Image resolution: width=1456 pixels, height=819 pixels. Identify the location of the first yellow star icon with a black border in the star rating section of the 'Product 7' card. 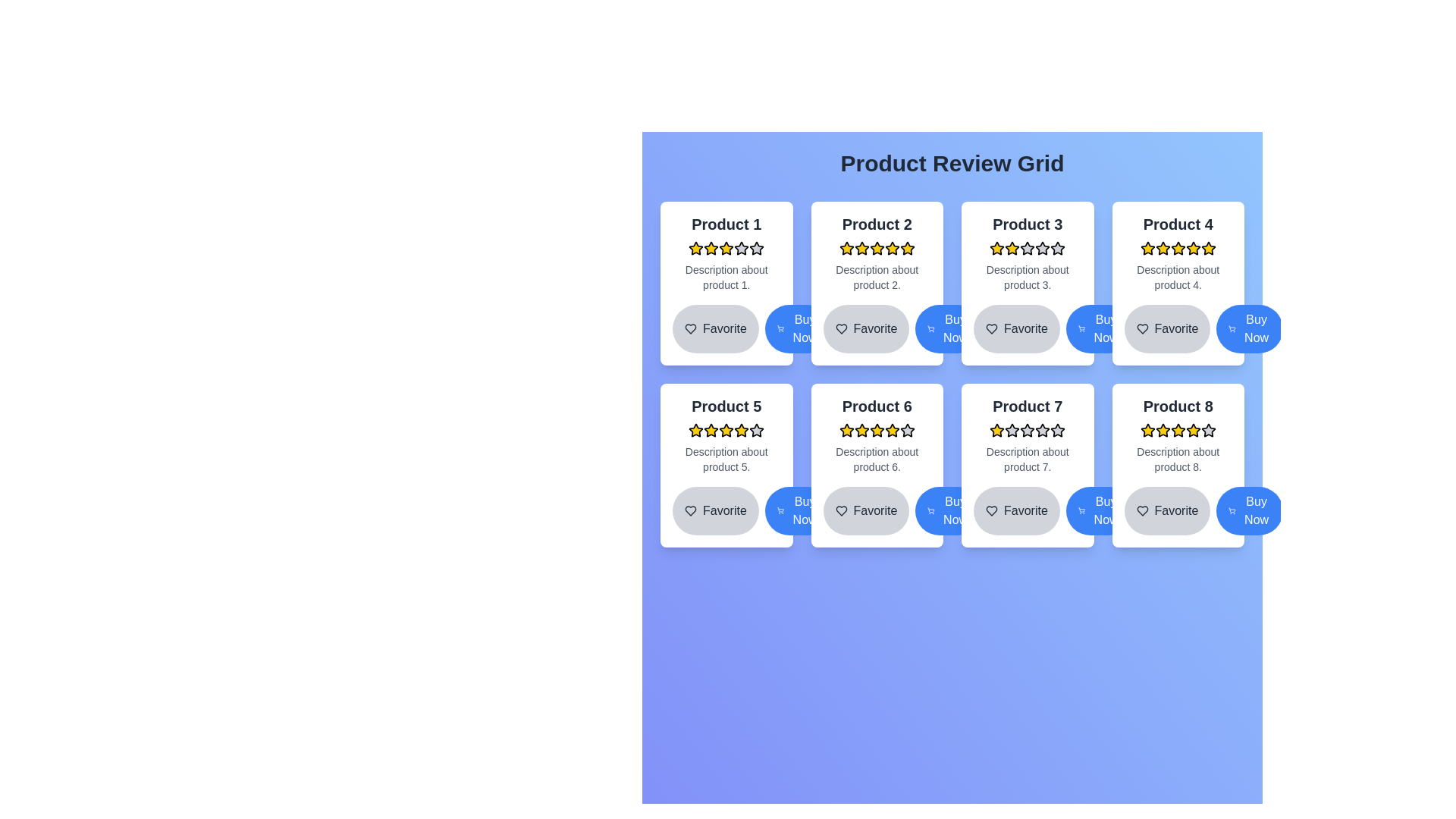
(997, 430).